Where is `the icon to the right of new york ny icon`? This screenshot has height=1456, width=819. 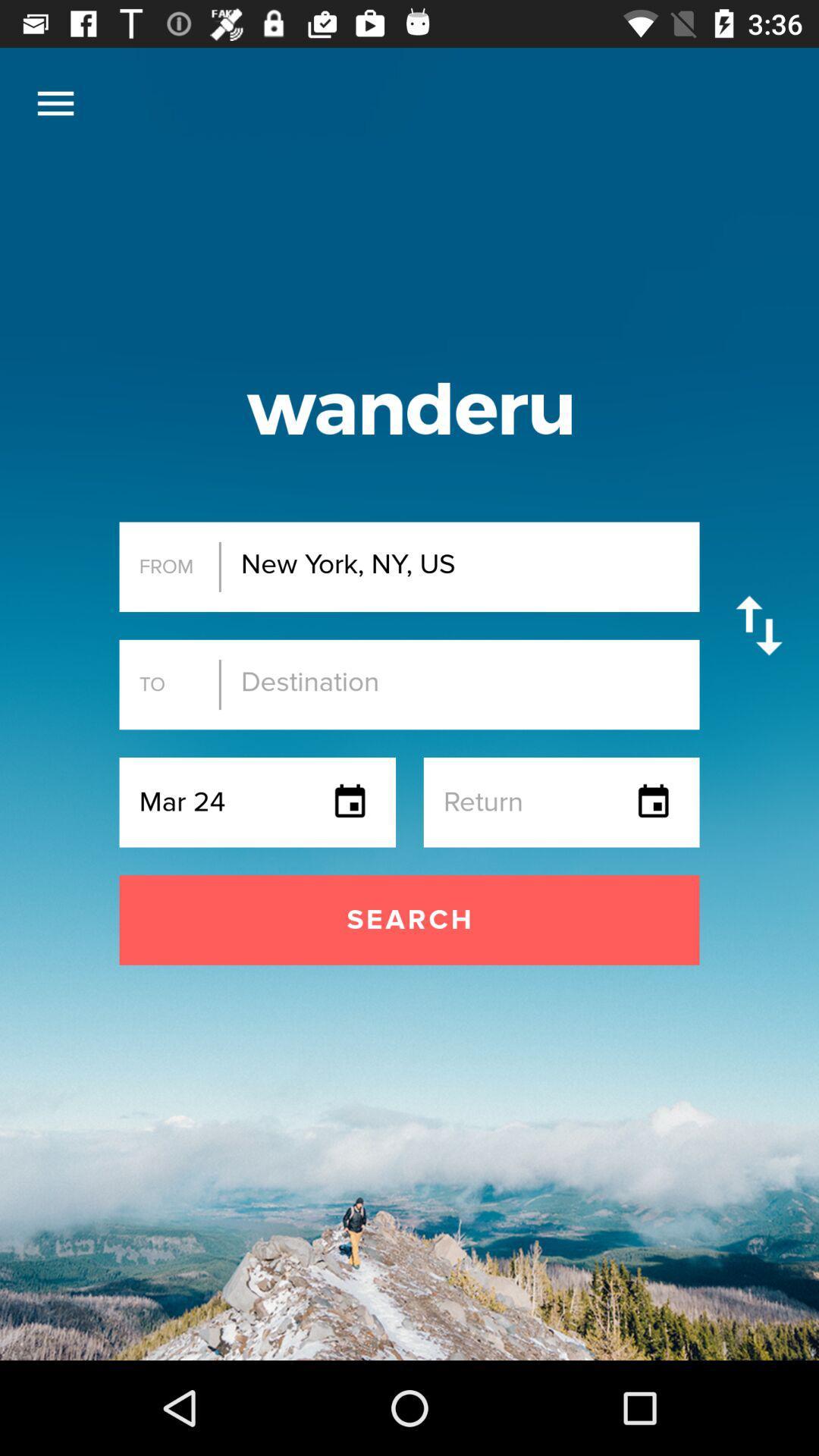
the icon to the right of new york ny icon is located at coordinates (759, 626).